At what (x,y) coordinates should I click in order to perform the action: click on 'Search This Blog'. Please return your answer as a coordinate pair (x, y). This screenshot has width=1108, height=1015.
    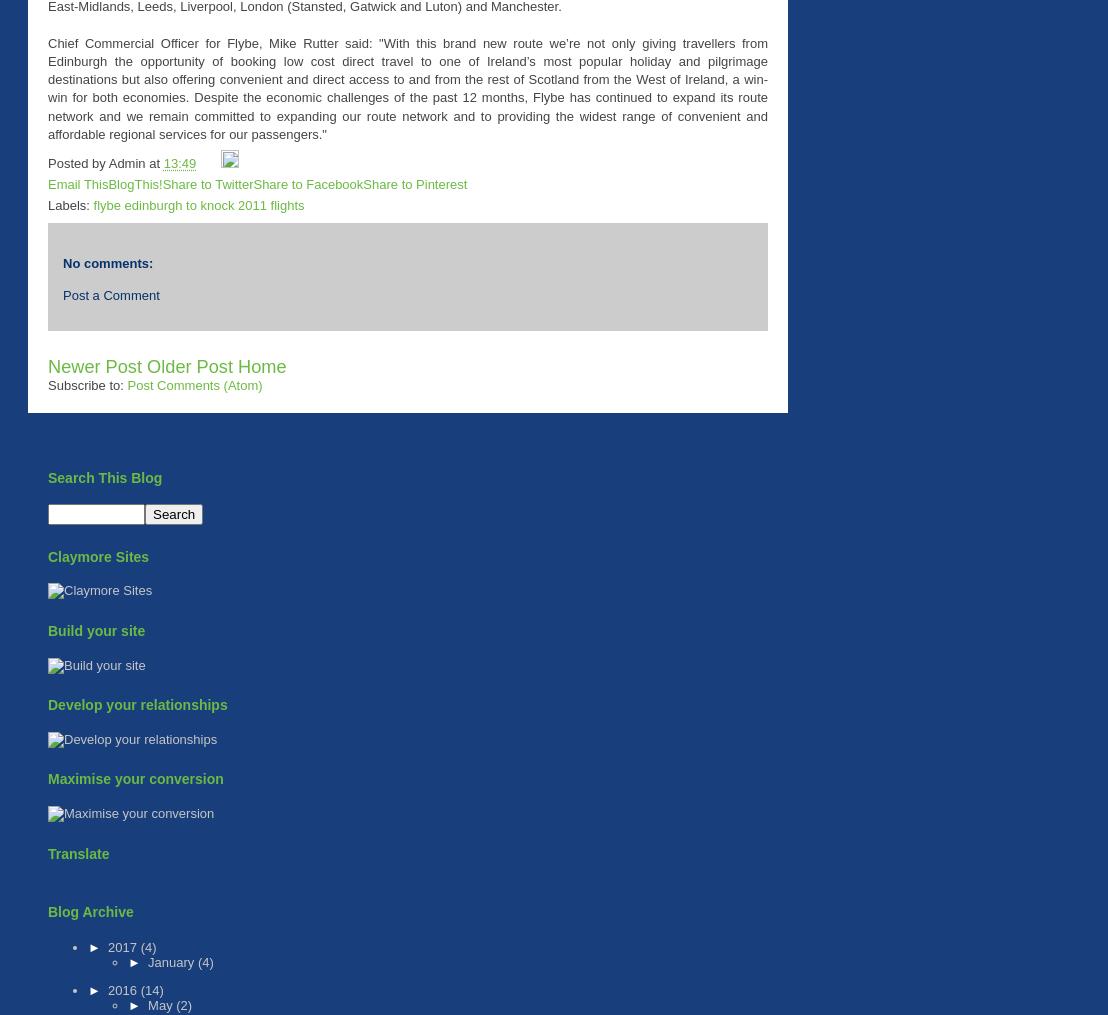
    Looking at the image, I should click on (46, 476).